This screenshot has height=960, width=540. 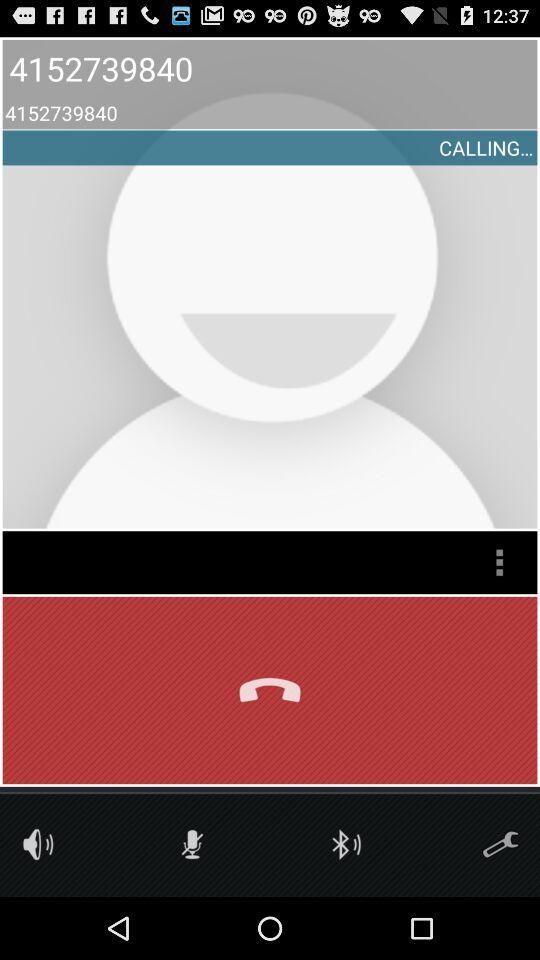 What do you see at coordinates (38, 843) in the screenshot?
I see `volume toggle button` at bounding box center [38, 843].